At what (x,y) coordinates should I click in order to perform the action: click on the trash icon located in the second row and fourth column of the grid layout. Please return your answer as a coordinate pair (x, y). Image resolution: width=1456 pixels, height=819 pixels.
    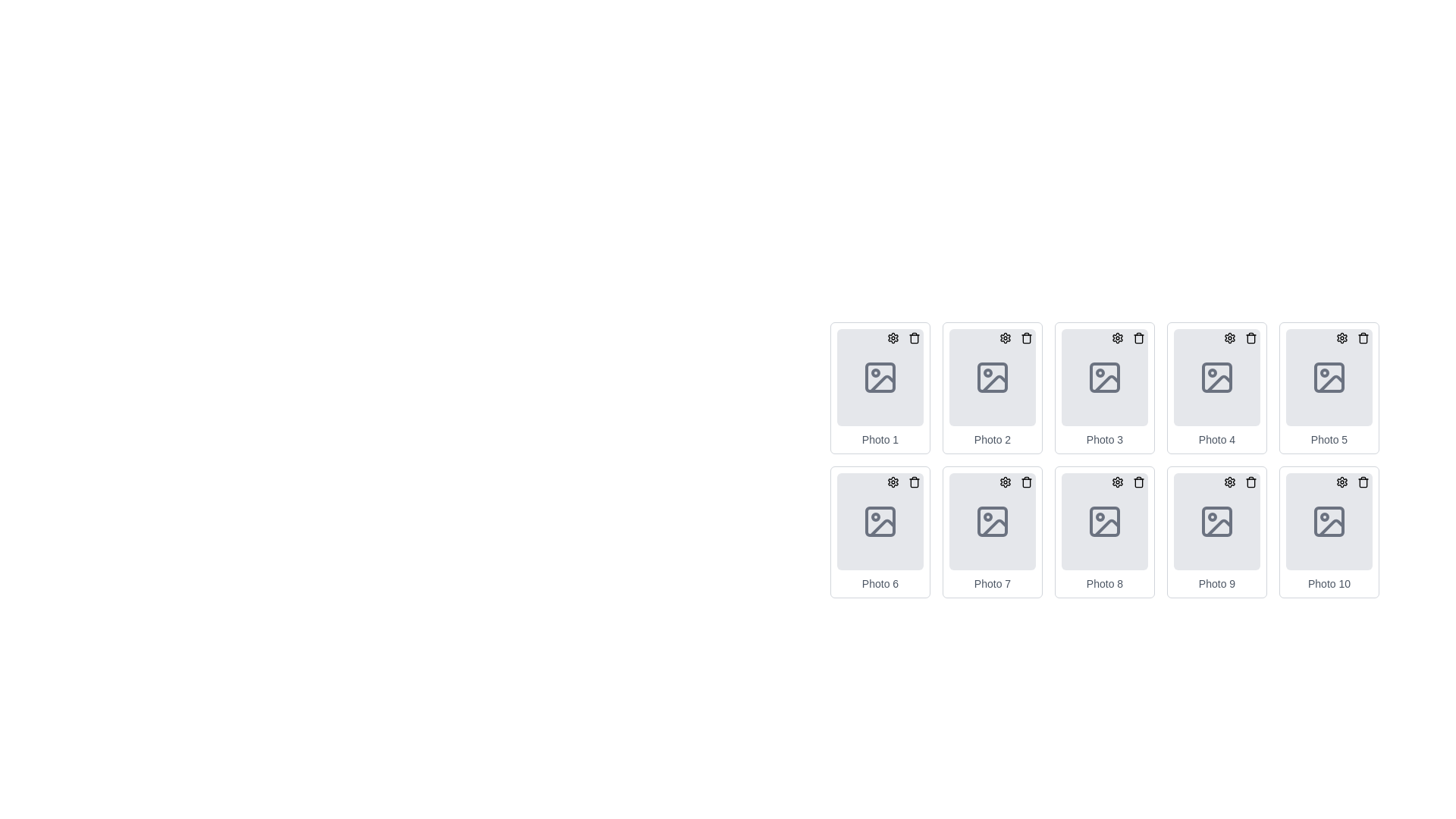
    Looking at the image, I should click on (1251, 338).